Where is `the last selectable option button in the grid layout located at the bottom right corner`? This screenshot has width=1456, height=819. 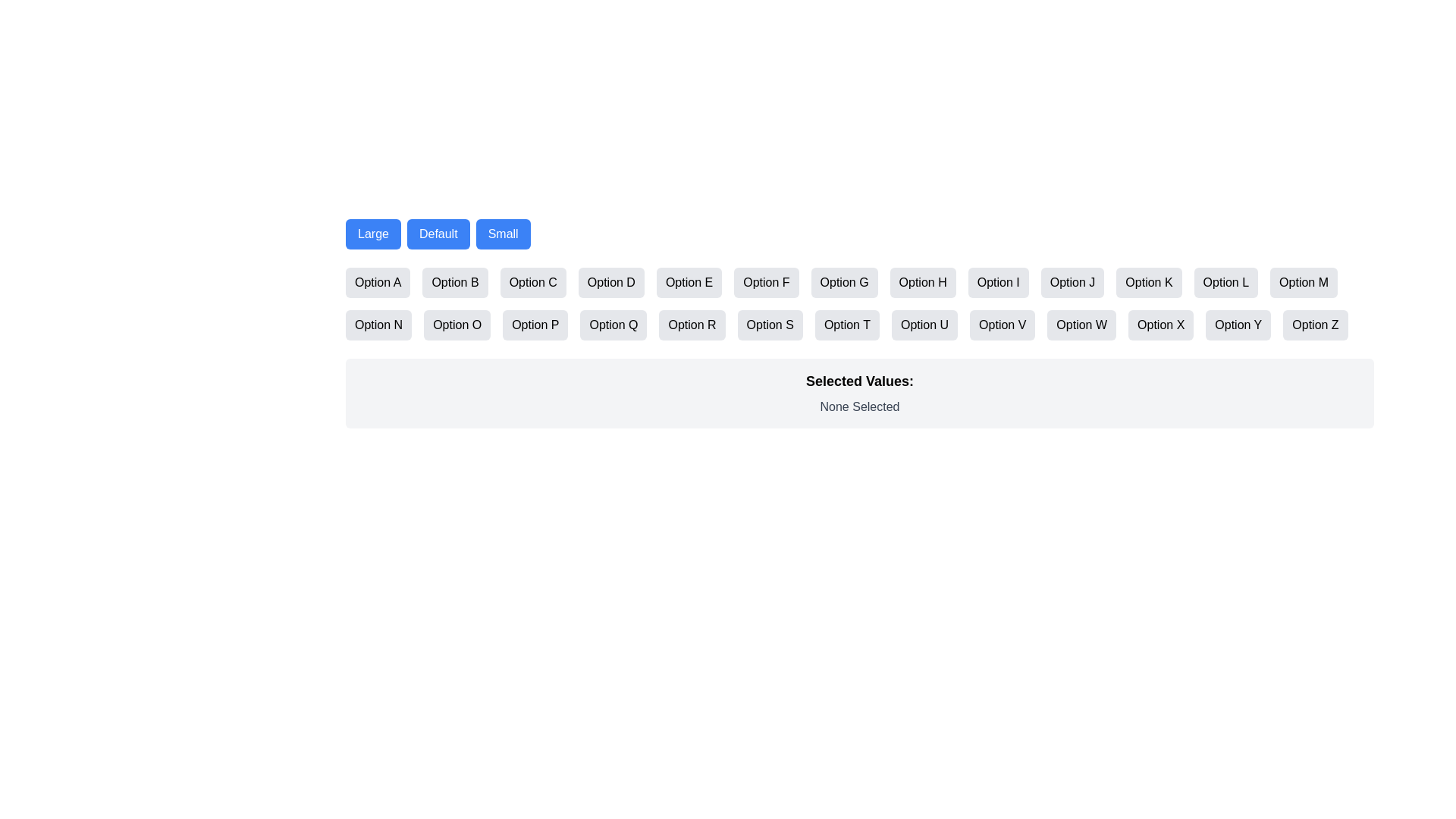 the last selectable option button in the grid layout located at the bottom right corner is located at coordinates (1314, 324).